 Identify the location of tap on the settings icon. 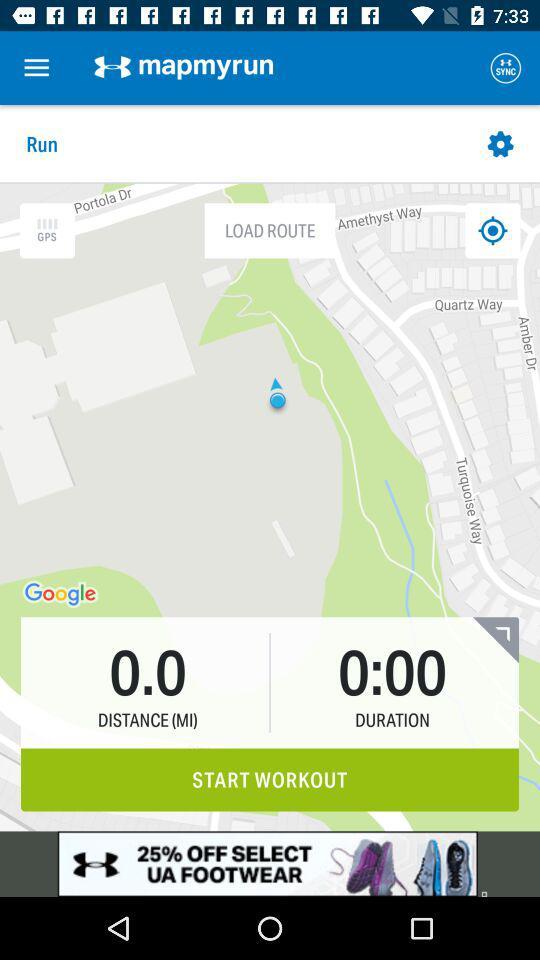
(500, 143).